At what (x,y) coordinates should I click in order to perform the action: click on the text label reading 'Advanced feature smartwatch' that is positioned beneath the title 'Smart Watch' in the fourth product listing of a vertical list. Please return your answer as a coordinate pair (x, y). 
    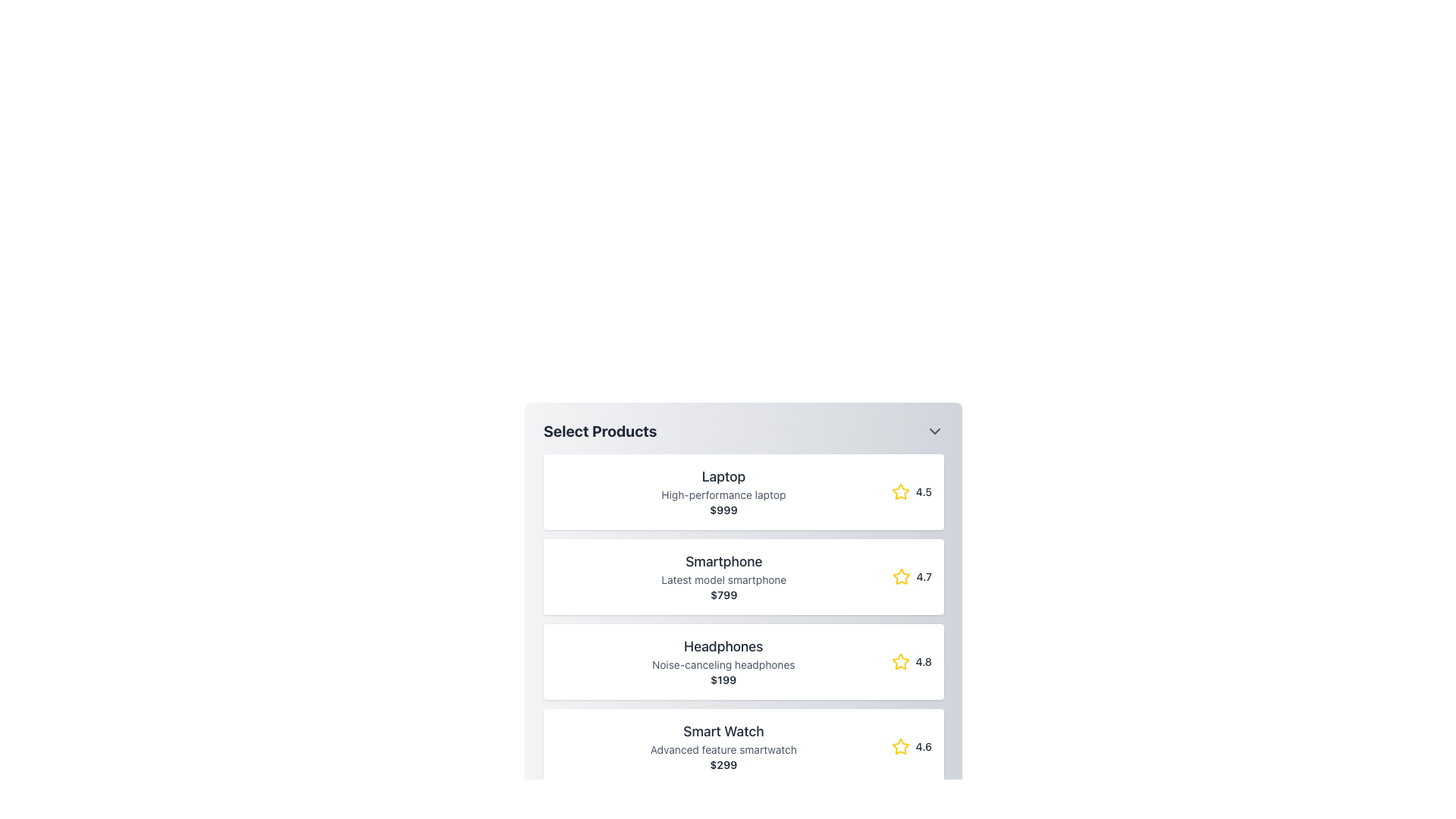
    Looking at the image, I should click on (723, 748).